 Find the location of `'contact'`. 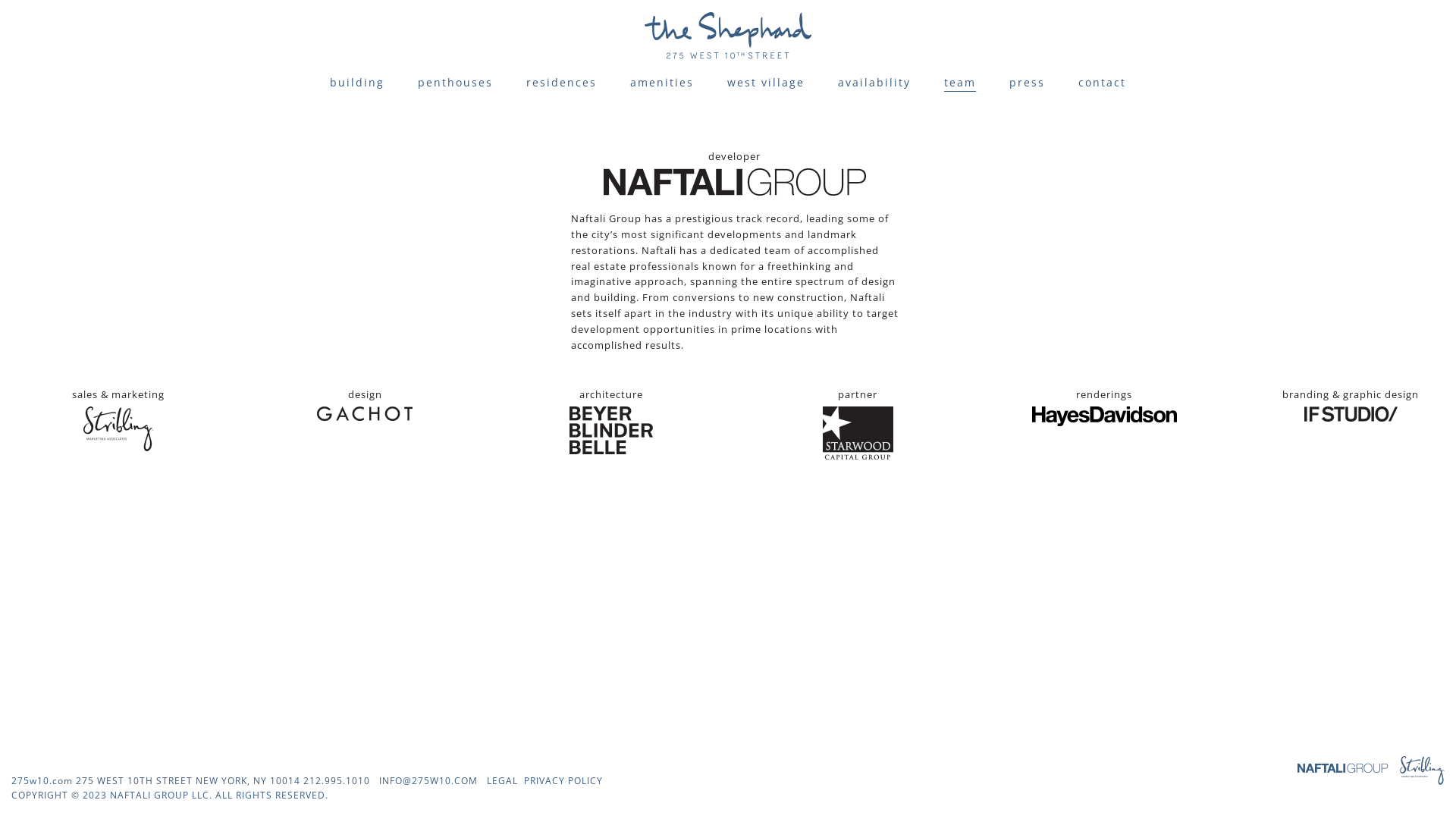

'contact' is located at coordinates (1102, 82).